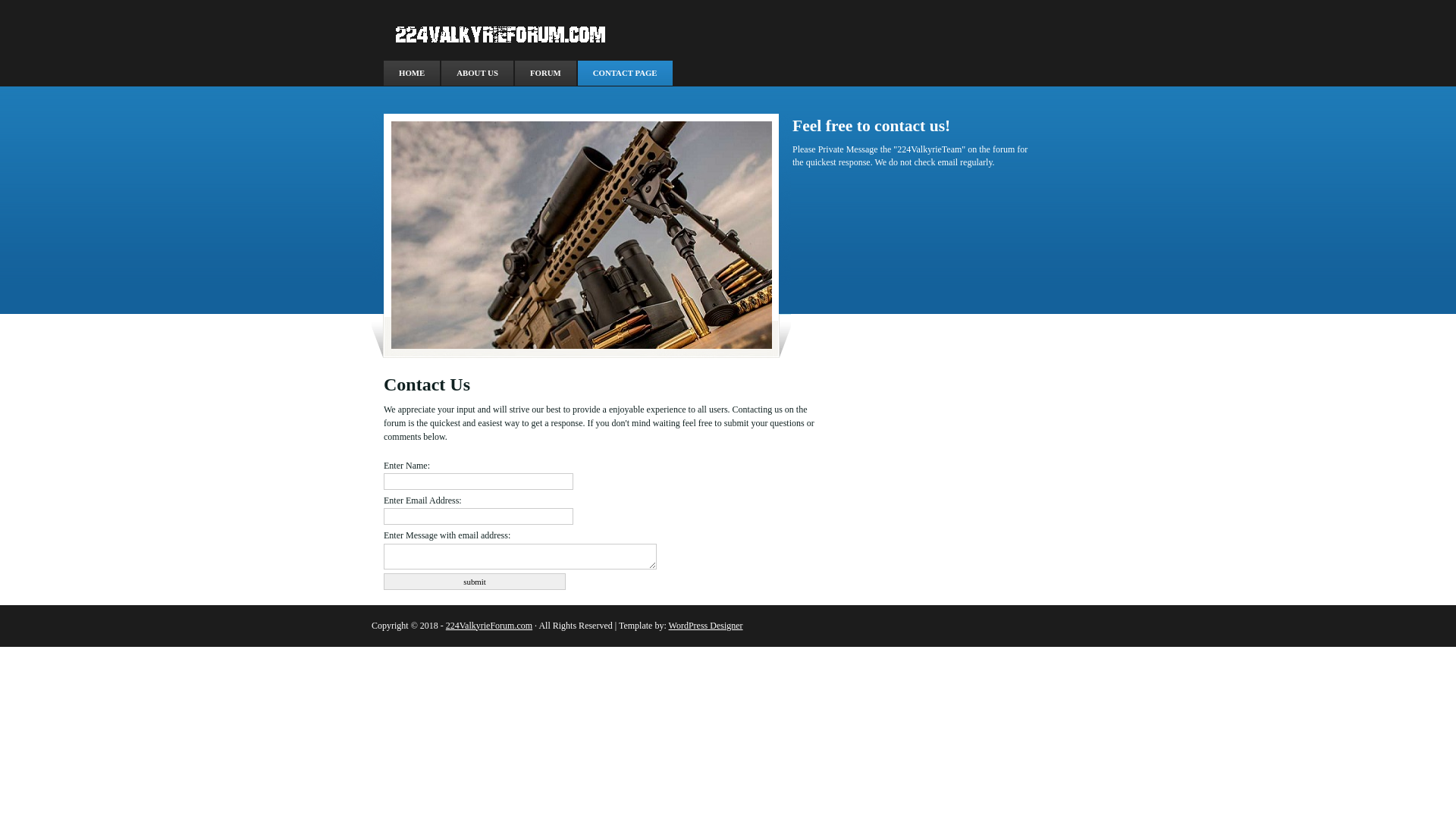 Image resolution: width=1456 pixels, height=819 pixels. Describe the element at coordinates (625, 73) in the screenshot. I see `'CONTACT PAGE'` at that location.